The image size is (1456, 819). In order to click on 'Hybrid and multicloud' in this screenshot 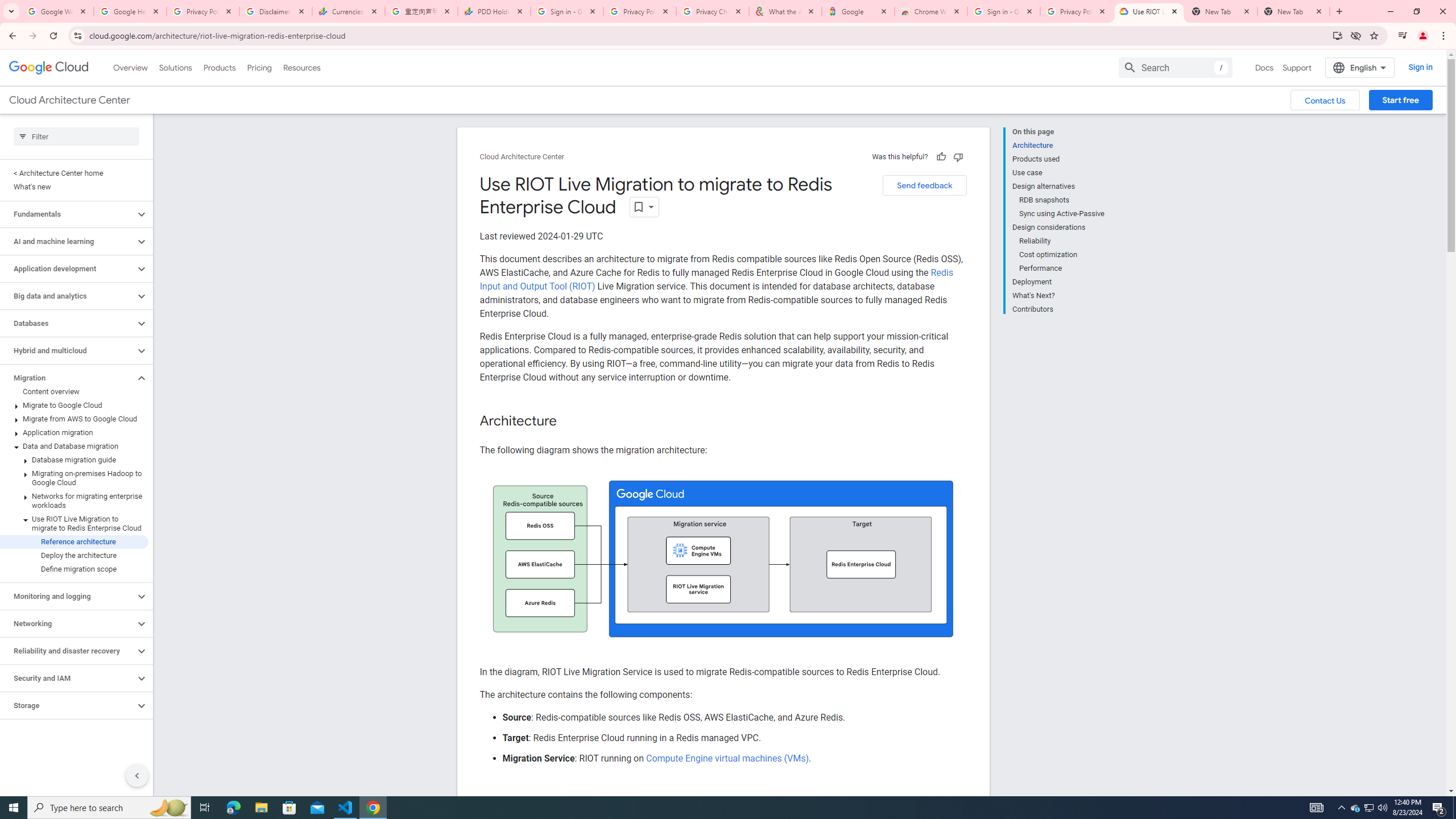, I will do `click(67, 350)`.